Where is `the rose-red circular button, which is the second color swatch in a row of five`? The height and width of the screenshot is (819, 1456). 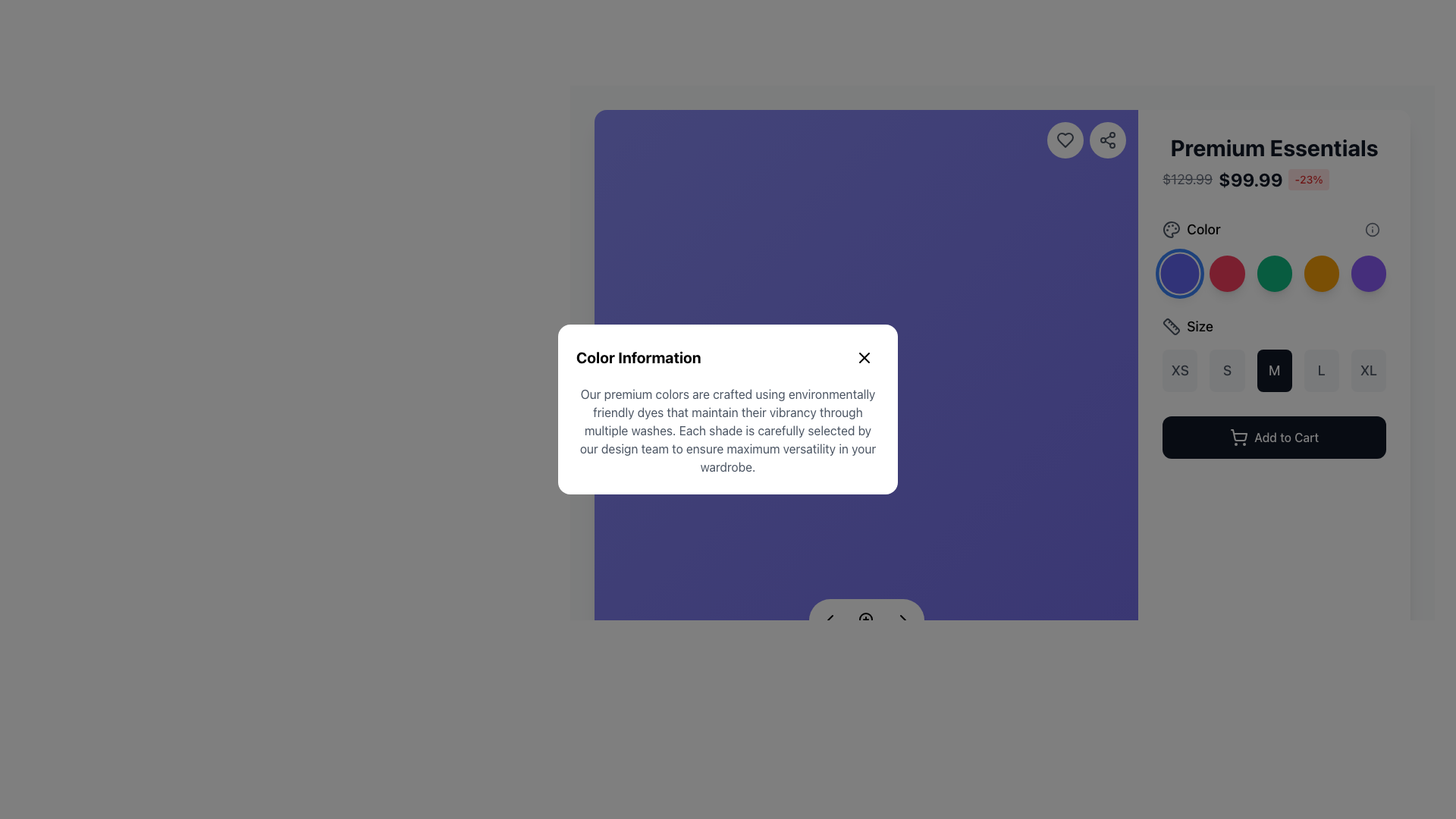 the rose-red circular button, which is the second color swatch in a row of five is located at coordinates (1227, 274).